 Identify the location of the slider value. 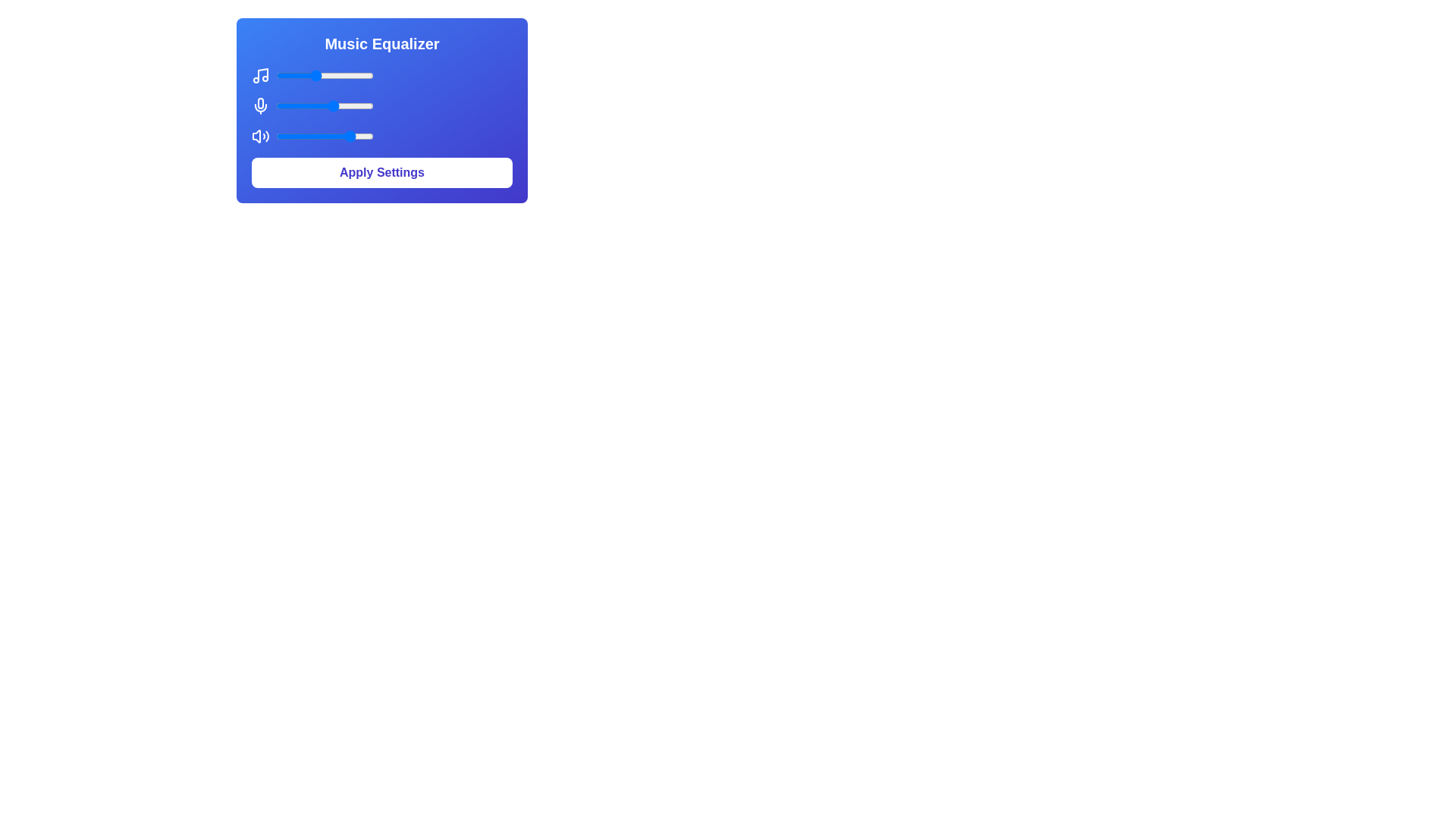
(318, 136).